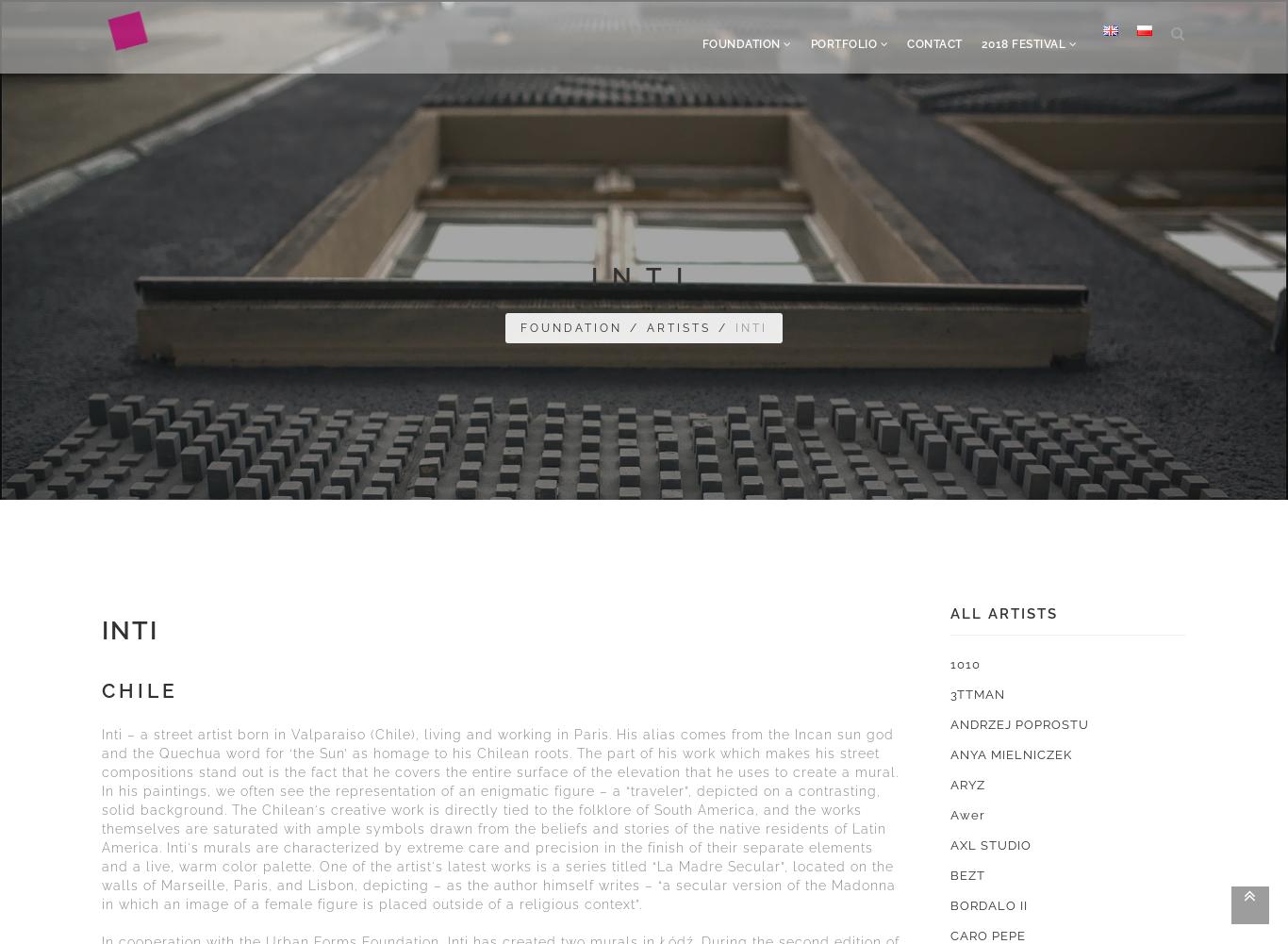 This screenshot has height=944, width=1288. Describe the element at coordinates (1002, 612) in the screenshot. I see `'All artists'` at that location.